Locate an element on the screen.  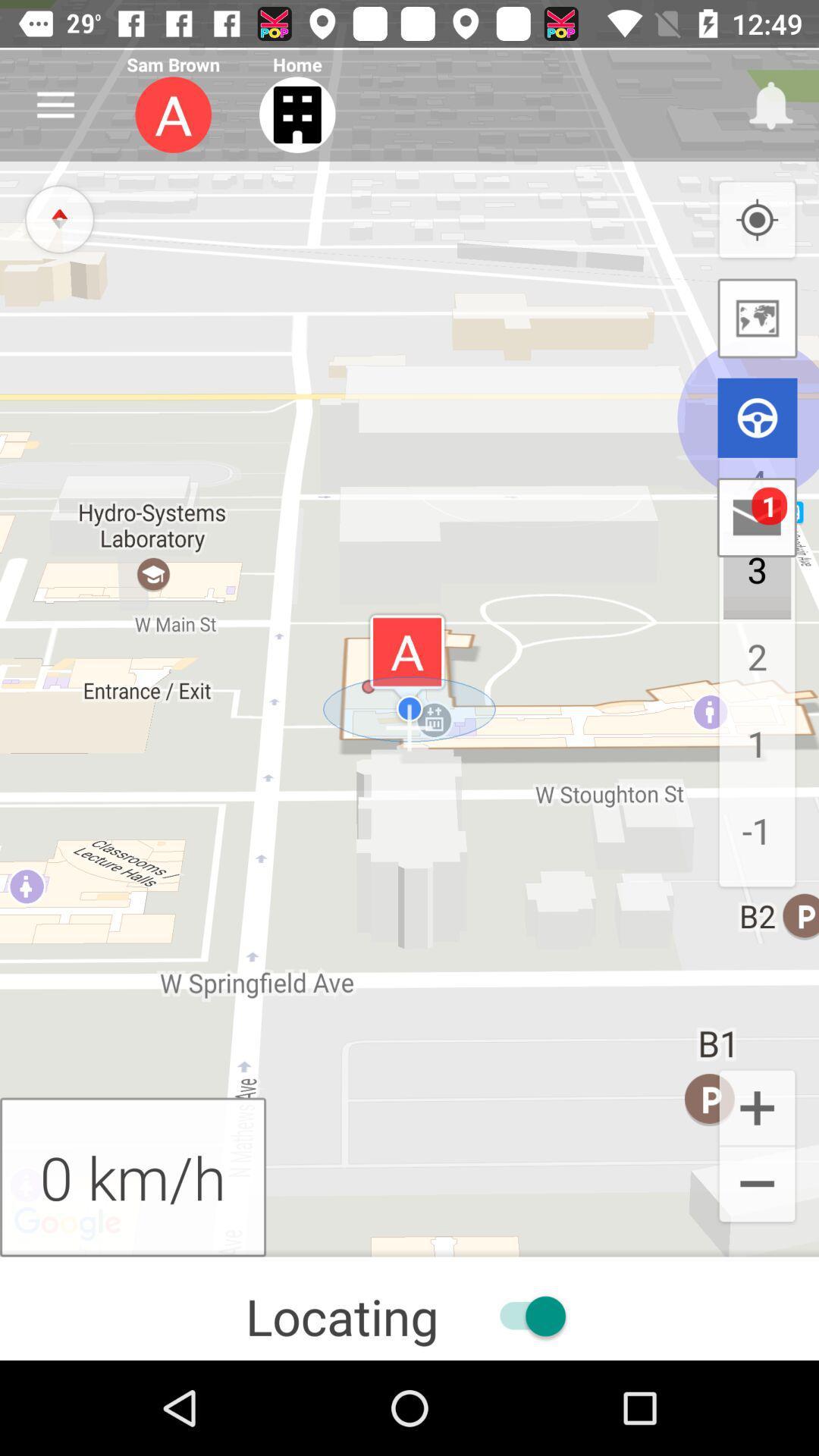
the location_crosshair icon is located at coordinates (757, 220).